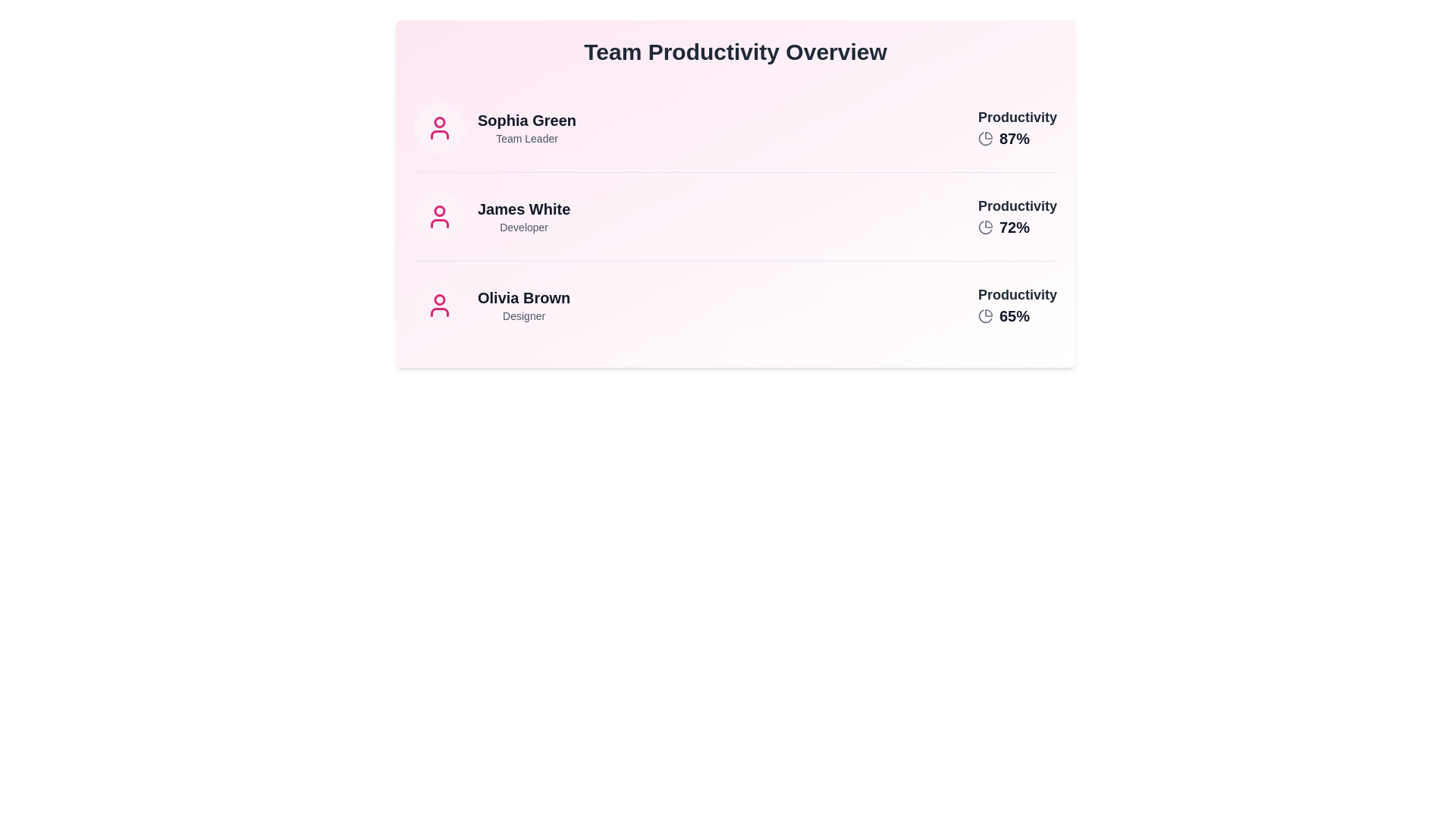  Describe the element at coordinates (524, 315) in the screenshot. I see `the text label displaying 'Designer' located beneath the bold name 'Olivia Brown' in the third row of the displayed list` at that location.